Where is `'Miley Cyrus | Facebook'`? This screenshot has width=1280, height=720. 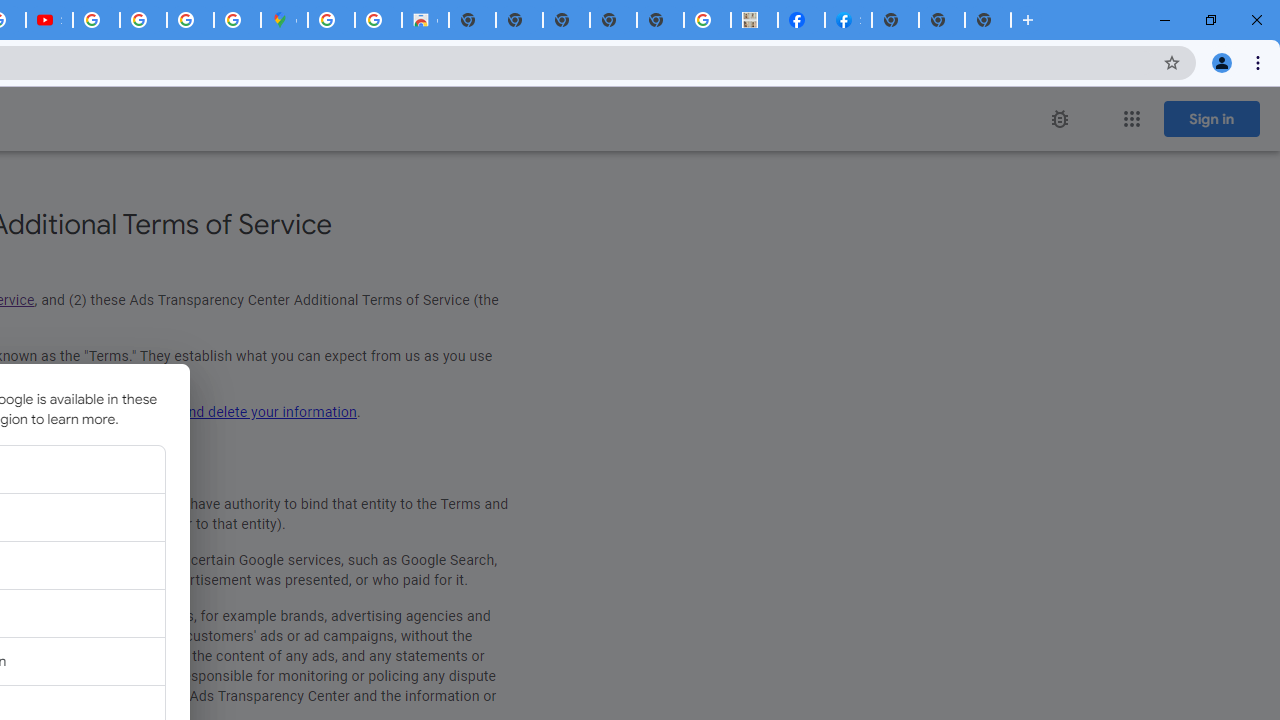
'Miley Cyrus | Facebook' is located at coordinates (801, 20).